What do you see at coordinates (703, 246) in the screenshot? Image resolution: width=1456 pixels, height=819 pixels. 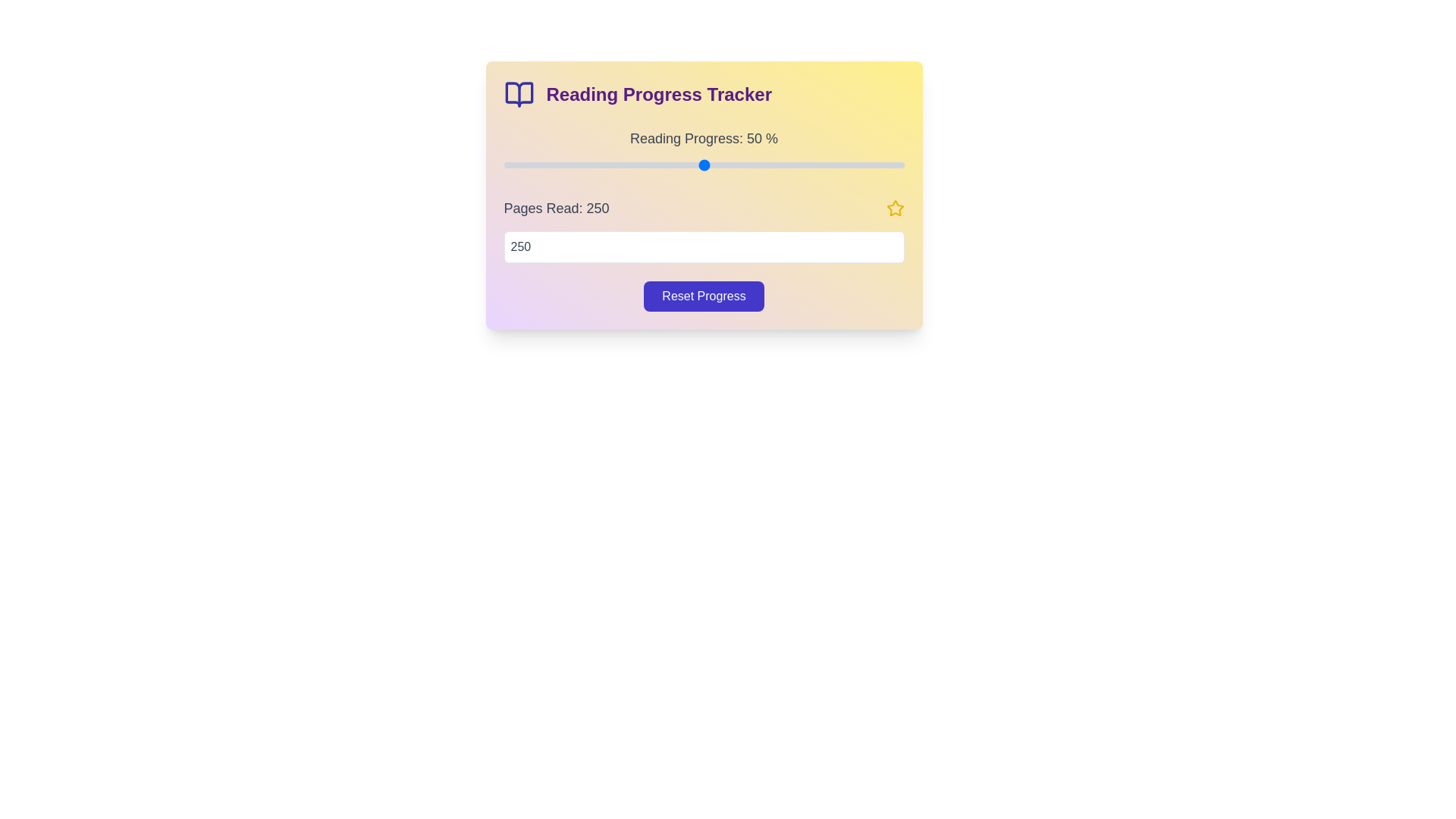 I see `the number of pages read to 437 using the input field` at bounding box center [703, 246].